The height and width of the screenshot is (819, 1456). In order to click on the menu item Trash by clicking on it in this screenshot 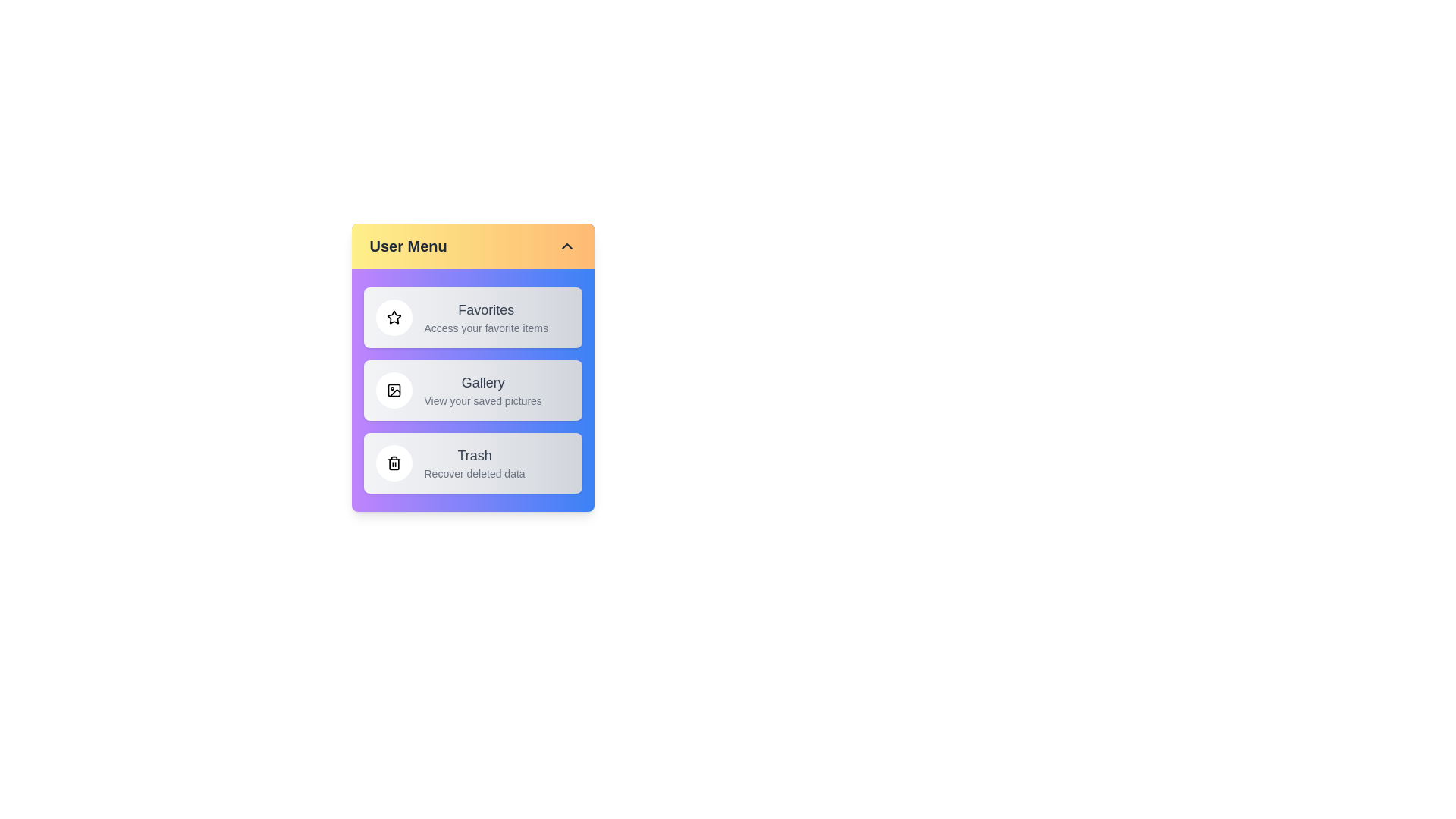, I will do `click(472, 462)`.